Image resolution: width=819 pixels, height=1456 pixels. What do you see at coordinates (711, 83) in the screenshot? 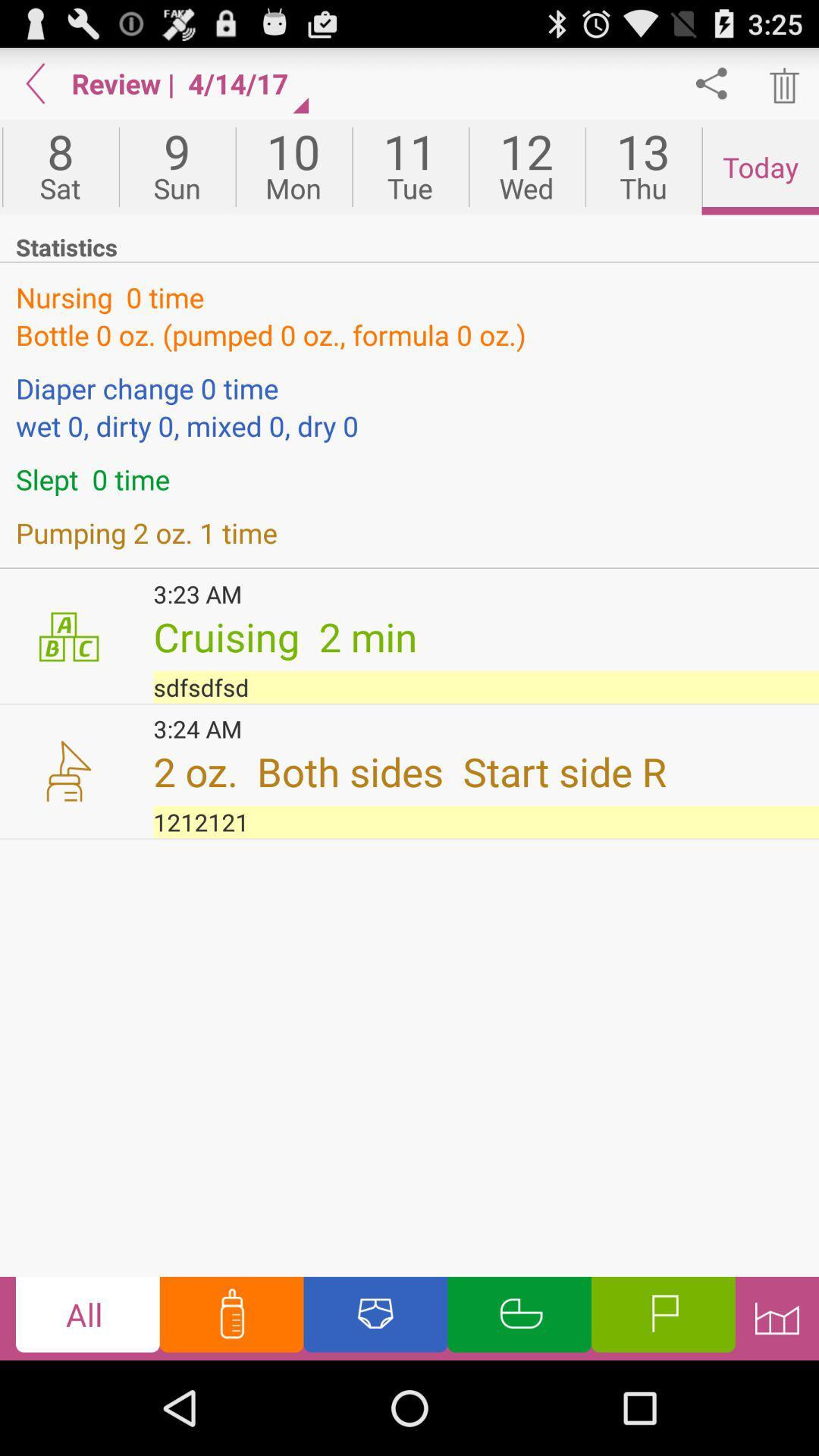
I see `click share option` at bounding box center [711, 83].